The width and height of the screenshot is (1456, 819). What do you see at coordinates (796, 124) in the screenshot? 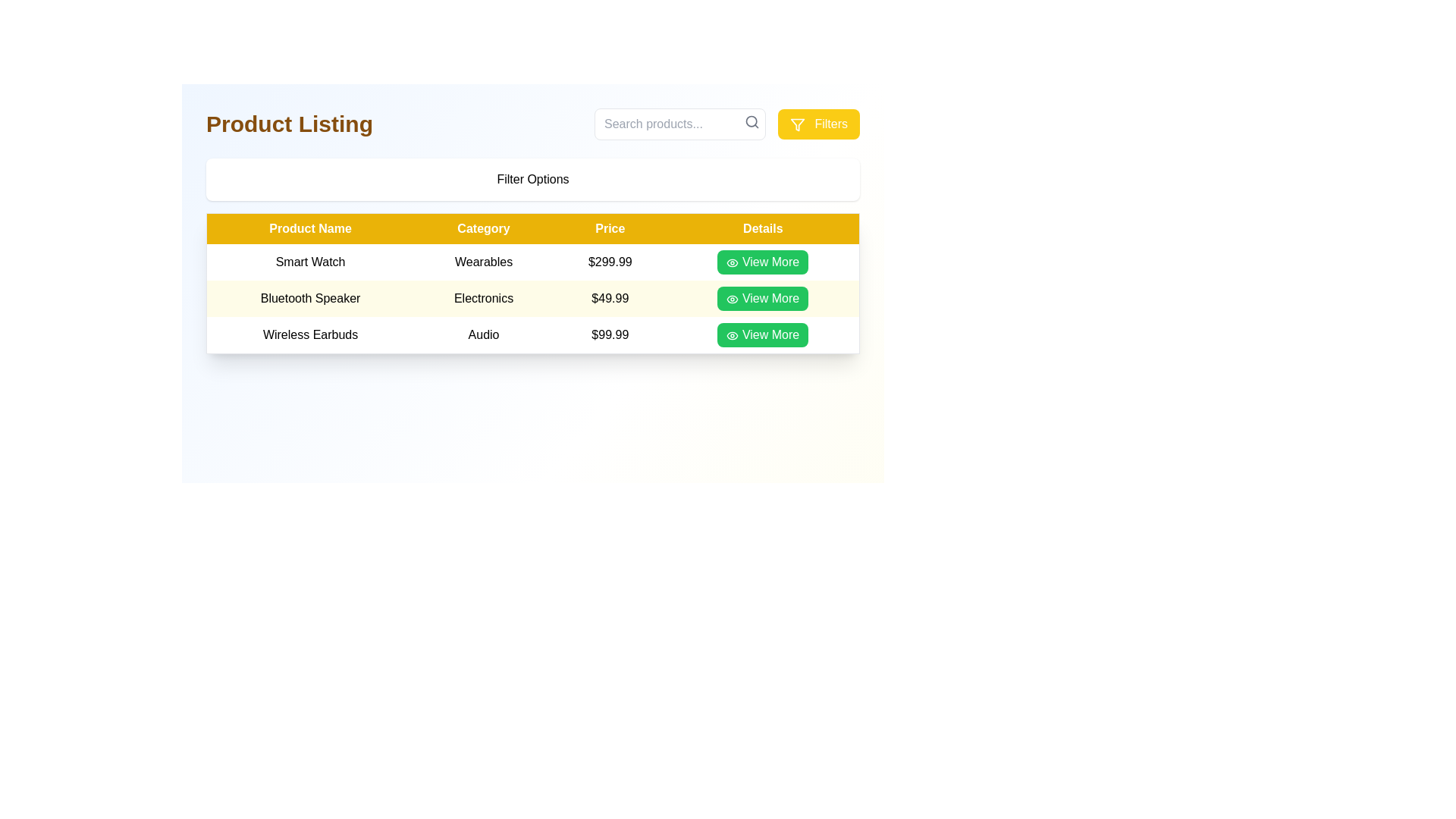
I see `the filter icon located inside the yellow 'Filters' button in the upper right corner of the interface` at bounding box center [796, 124].